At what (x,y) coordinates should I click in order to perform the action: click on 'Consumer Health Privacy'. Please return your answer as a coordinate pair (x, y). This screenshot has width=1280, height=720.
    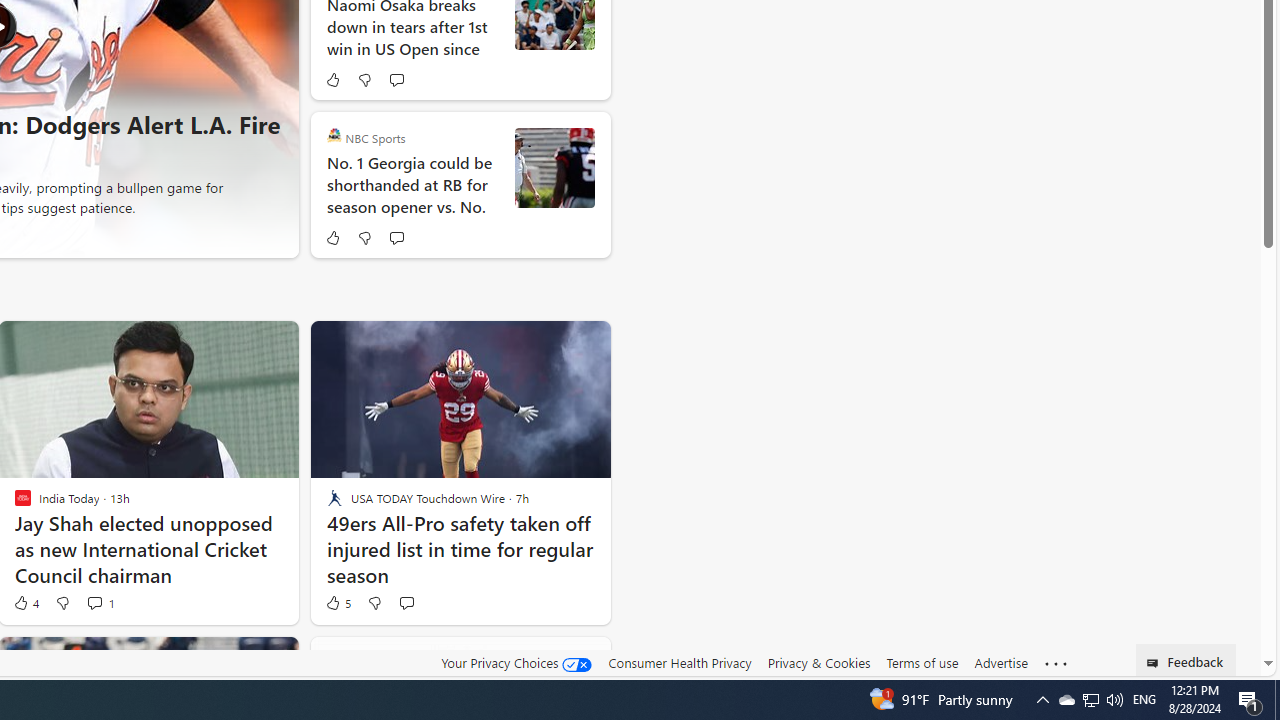
    Looking at the image, I should click on (680, 662).